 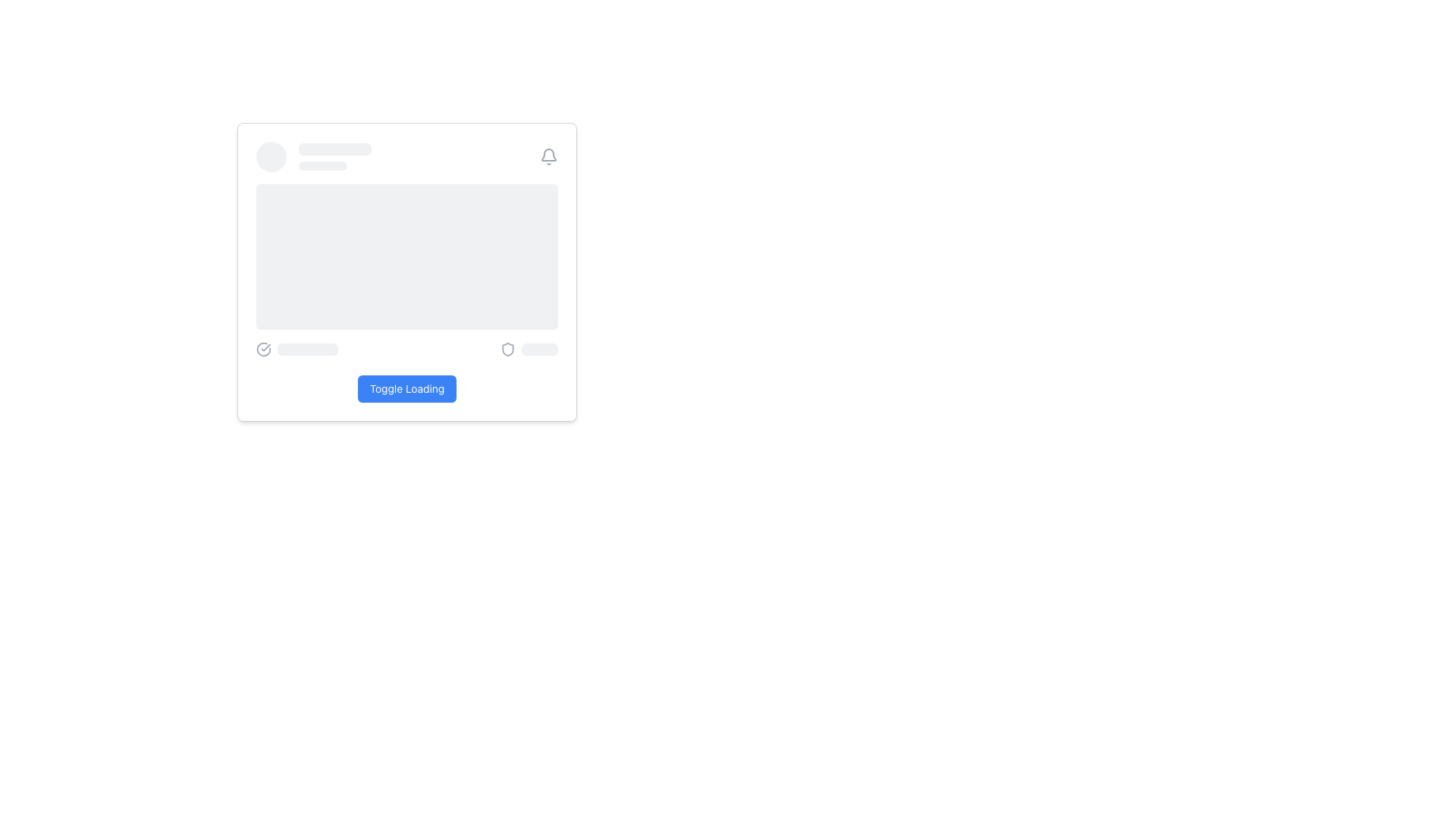 What do you see at coordinates (548, 157) in the screenshot?
I see `the outlined bell icon located in the top right corner of the header section` at bounding box center [548, 157].